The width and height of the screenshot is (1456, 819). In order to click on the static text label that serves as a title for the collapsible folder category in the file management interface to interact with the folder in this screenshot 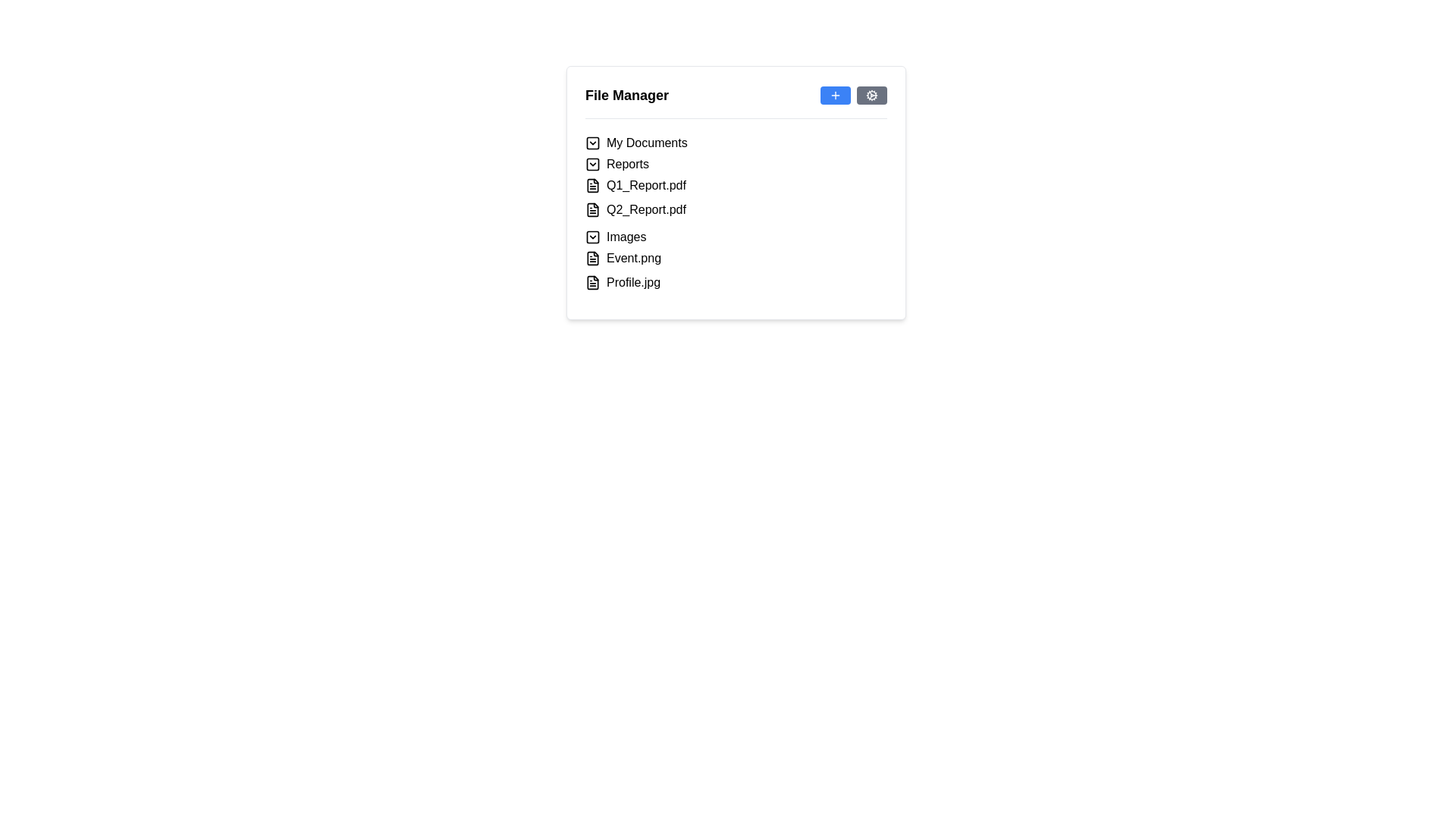, I will do `click(647, 143)`.